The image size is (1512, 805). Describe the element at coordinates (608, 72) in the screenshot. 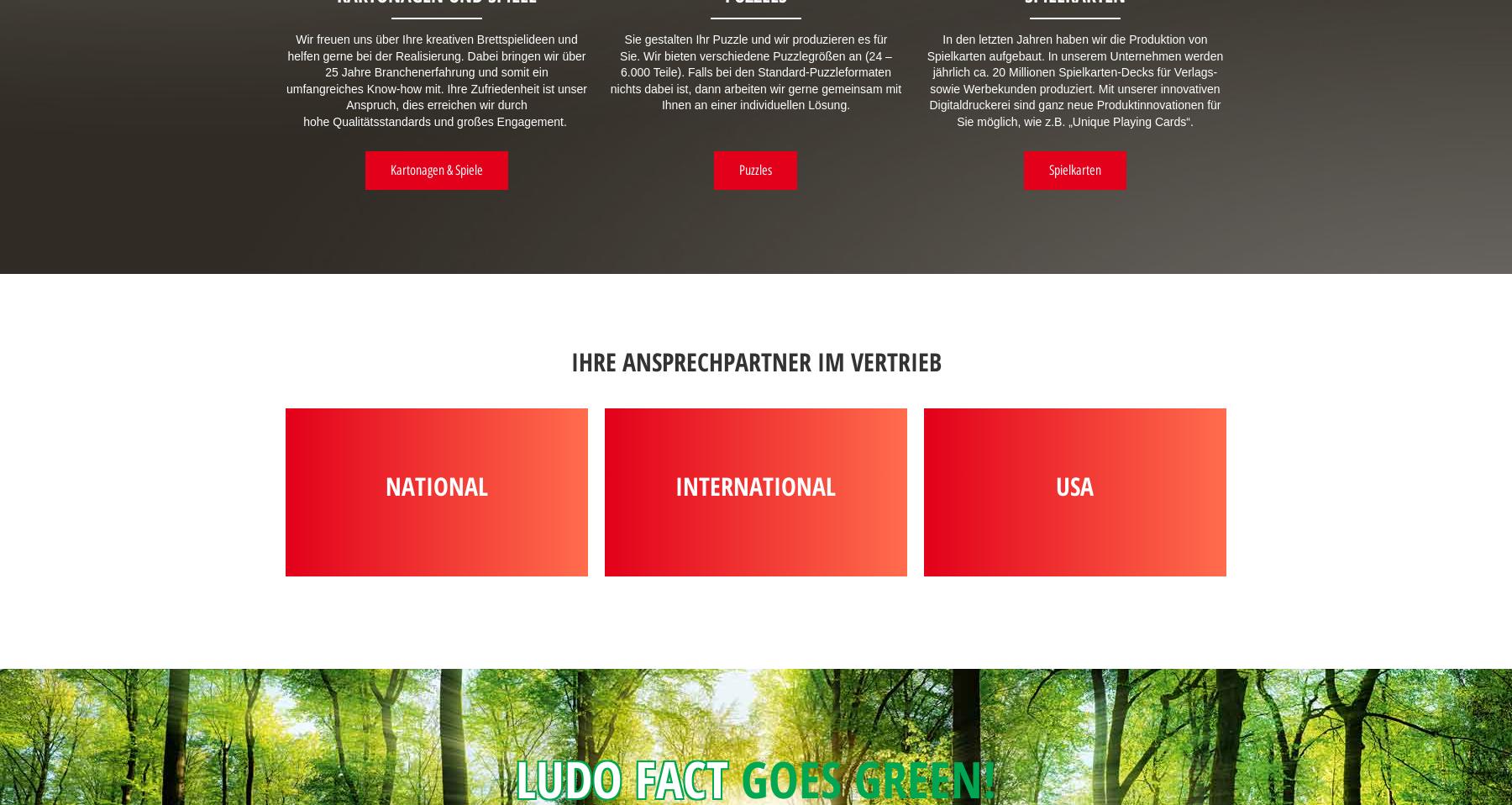

I see `'Sie gestalten Ihr Puzzle und wir produzieren es für Sie. Wir bieten verschiedene Puzzlegrößen an (24 – 6.000 Teile). Falls bei den Standard-Puzzleformaten nichts dabei ist, dann arbeiten wir gerne gemeinsam mit Ihnen an einer individuellen Lösung.'` at that location.